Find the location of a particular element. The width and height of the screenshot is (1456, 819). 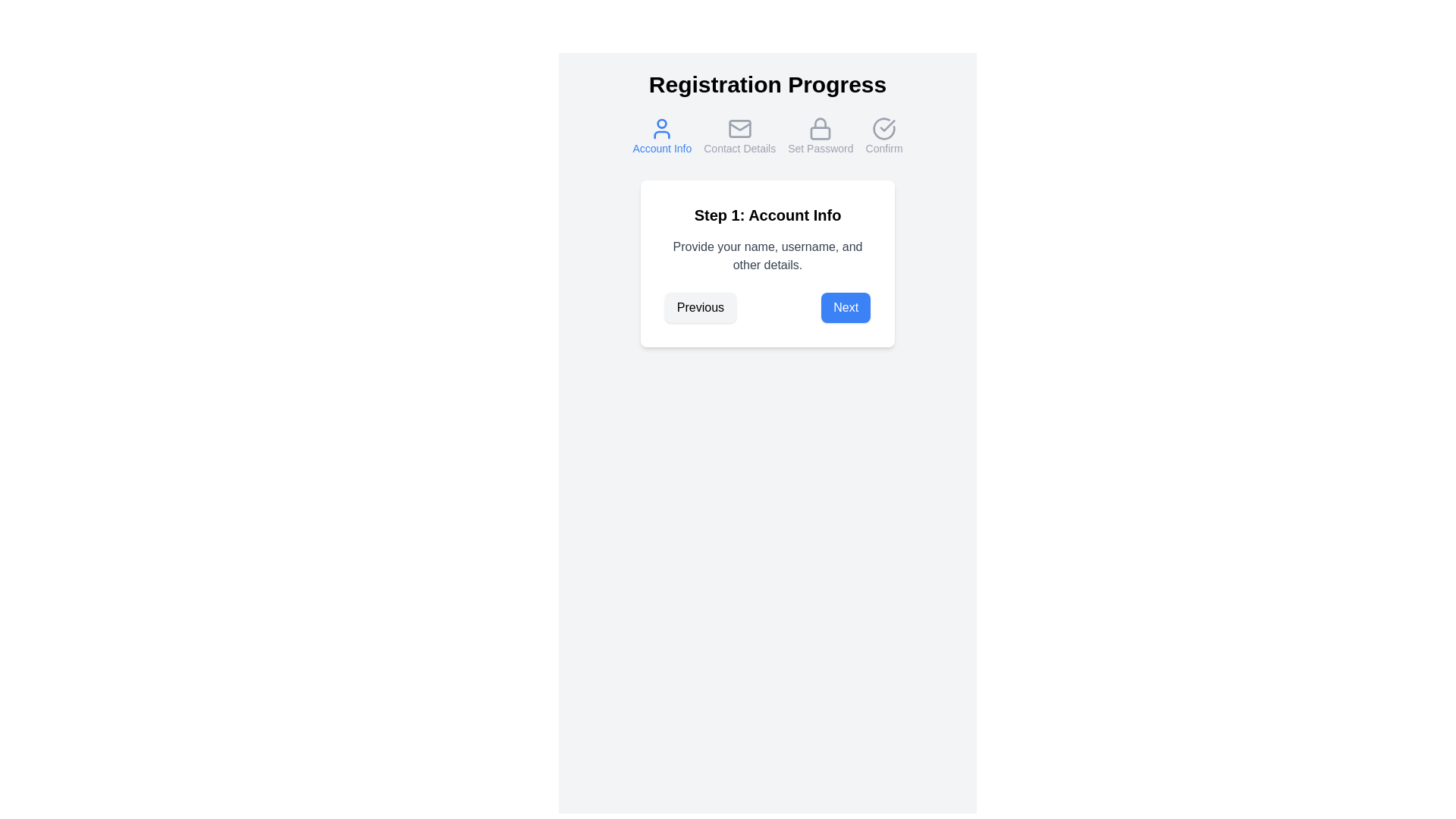

the 'Account Info' text element, which is styled in a smaller blue font and located in the horizontal navigation bar under the 'Registration Progress' label is located at coordinates (662, 149).